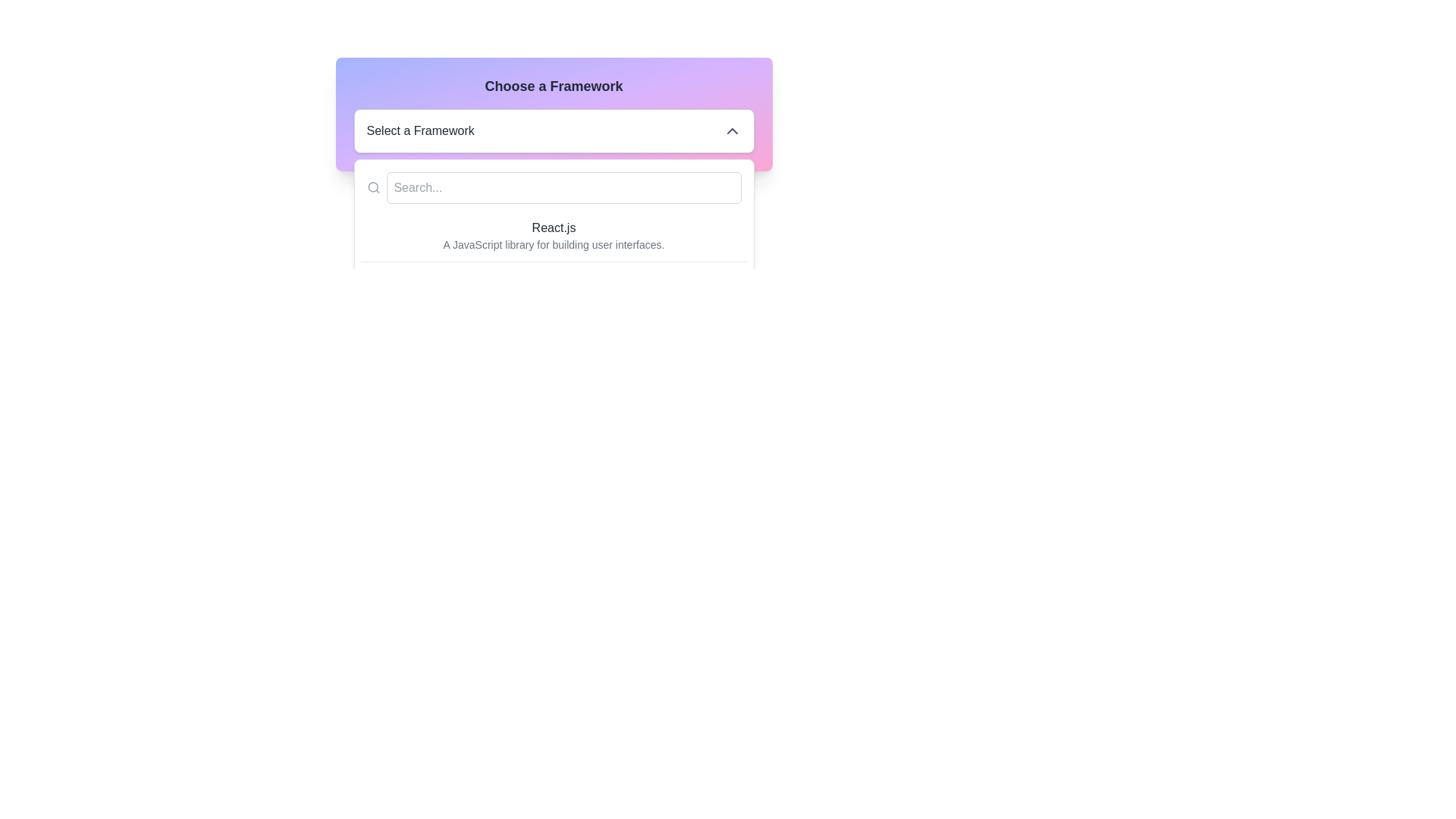  What do you see at coordinates (553, 236) in the screenshot?
I see `the first item in the selection list that represents the framework 'React.js', located immediately below the search field in the dropdown menu` at bounding box center [553, 236].